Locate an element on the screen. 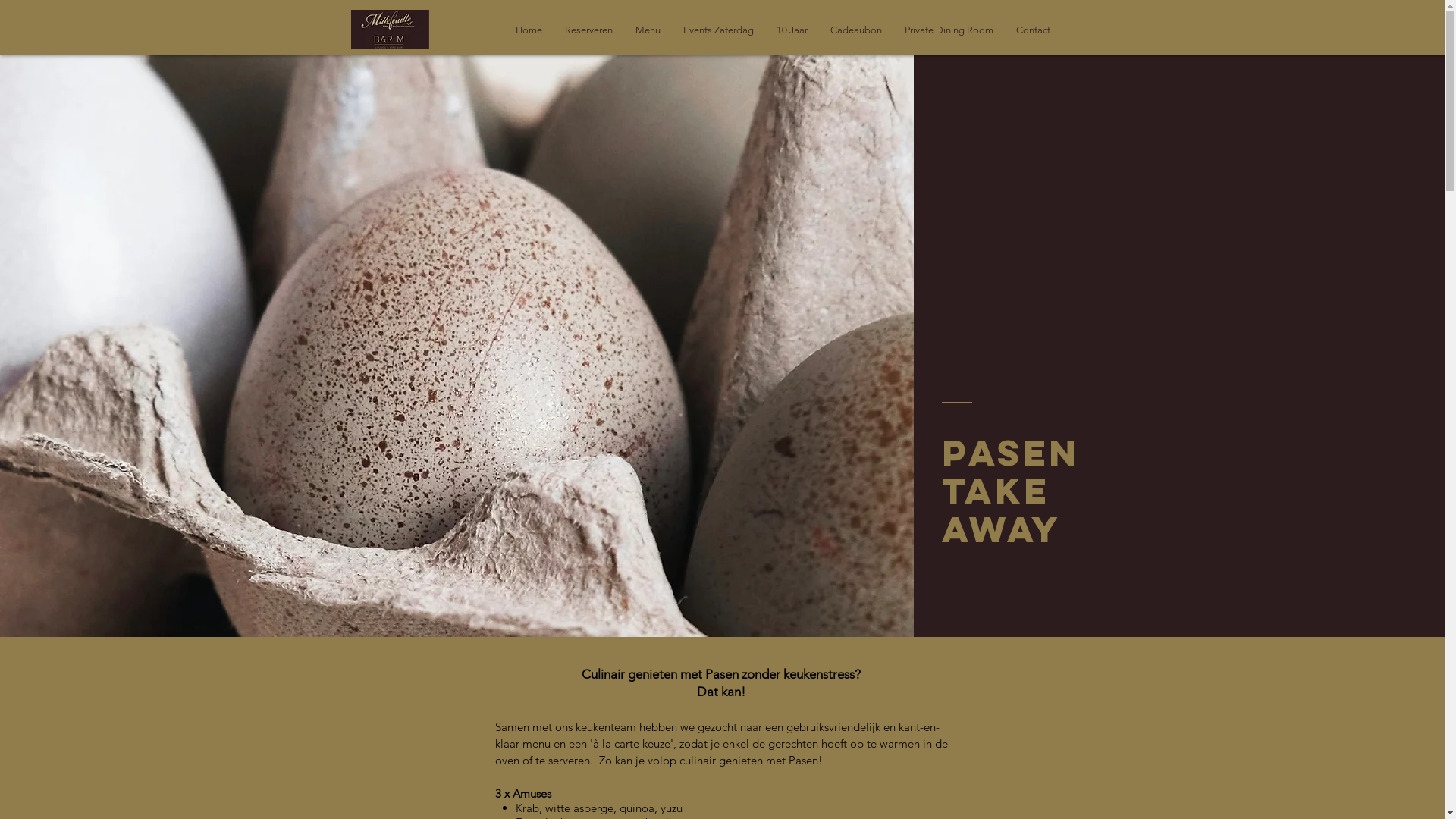 This screenshot has width=1456, height=819. 'Reserveren' is located at coordinates (588, 30).